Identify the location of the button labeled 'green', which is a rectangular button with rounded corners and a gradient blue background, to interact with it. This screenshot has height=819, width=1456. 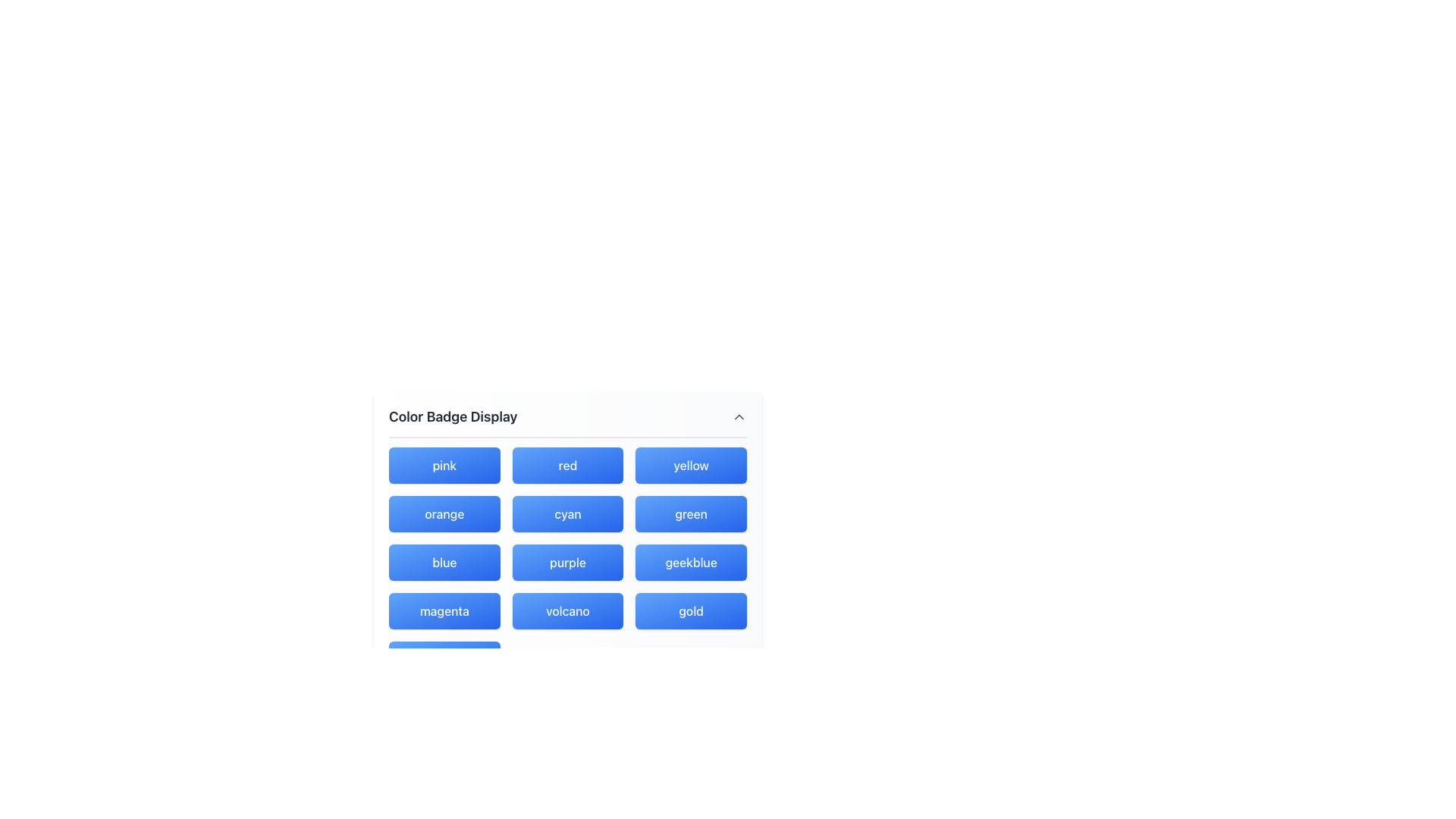
(690, 513).